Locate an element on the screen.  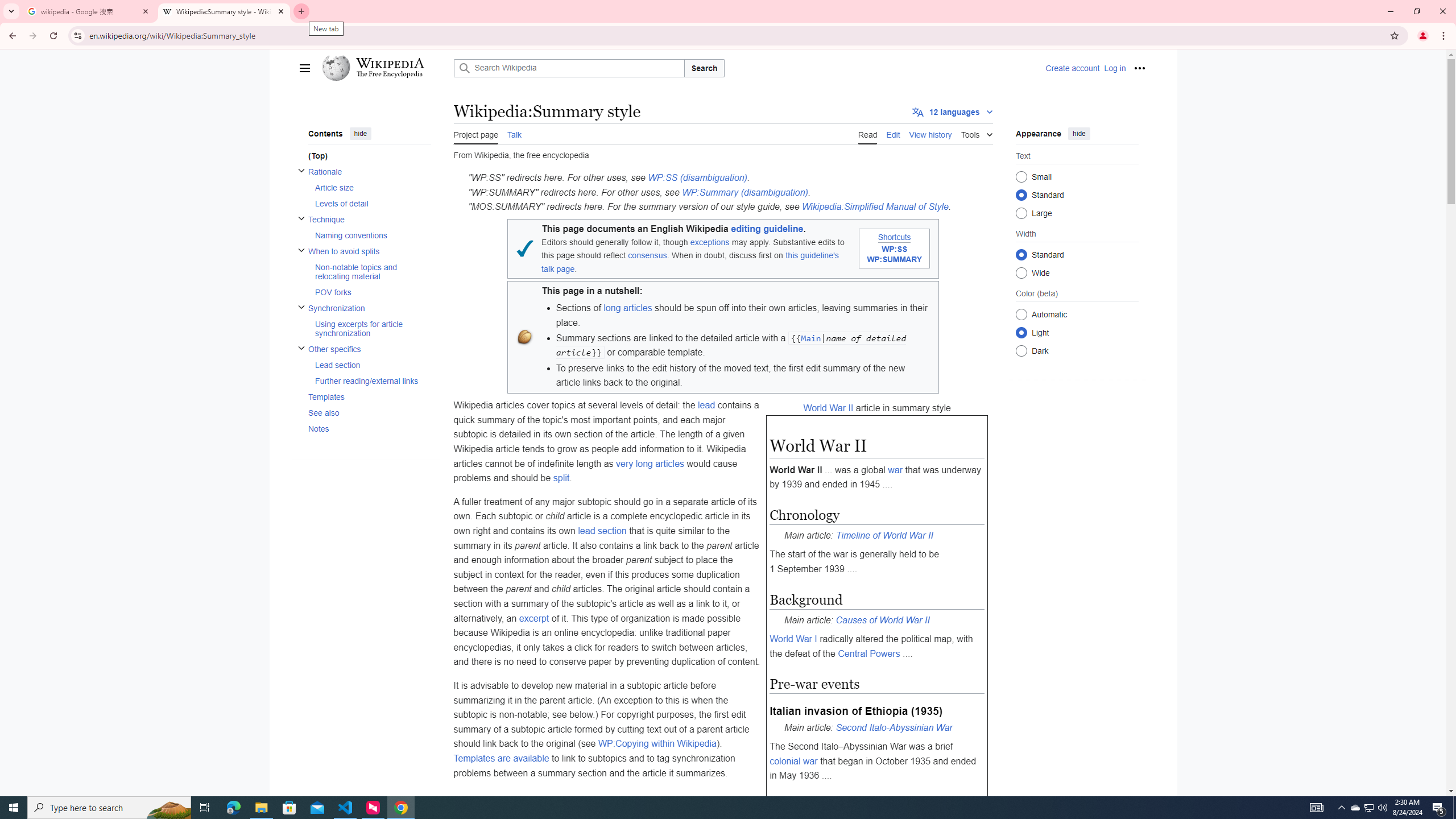
'AutomationID: toc-Lead_section' is located at coordinates (369, 364).